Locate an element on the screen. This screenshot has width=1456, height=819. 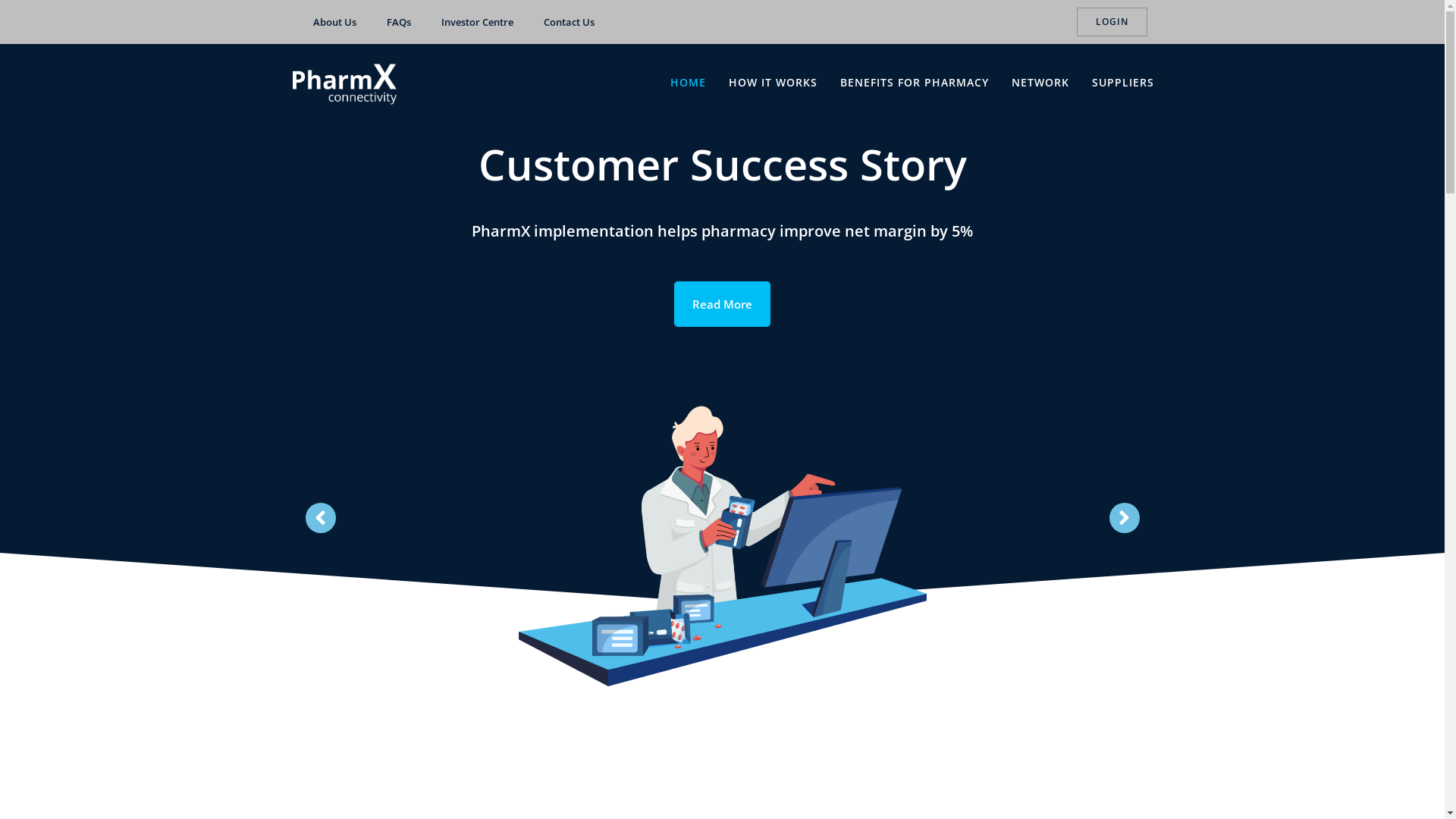
'BENEFITS FOR PHARMACY' is located at coordinates (913, 81).